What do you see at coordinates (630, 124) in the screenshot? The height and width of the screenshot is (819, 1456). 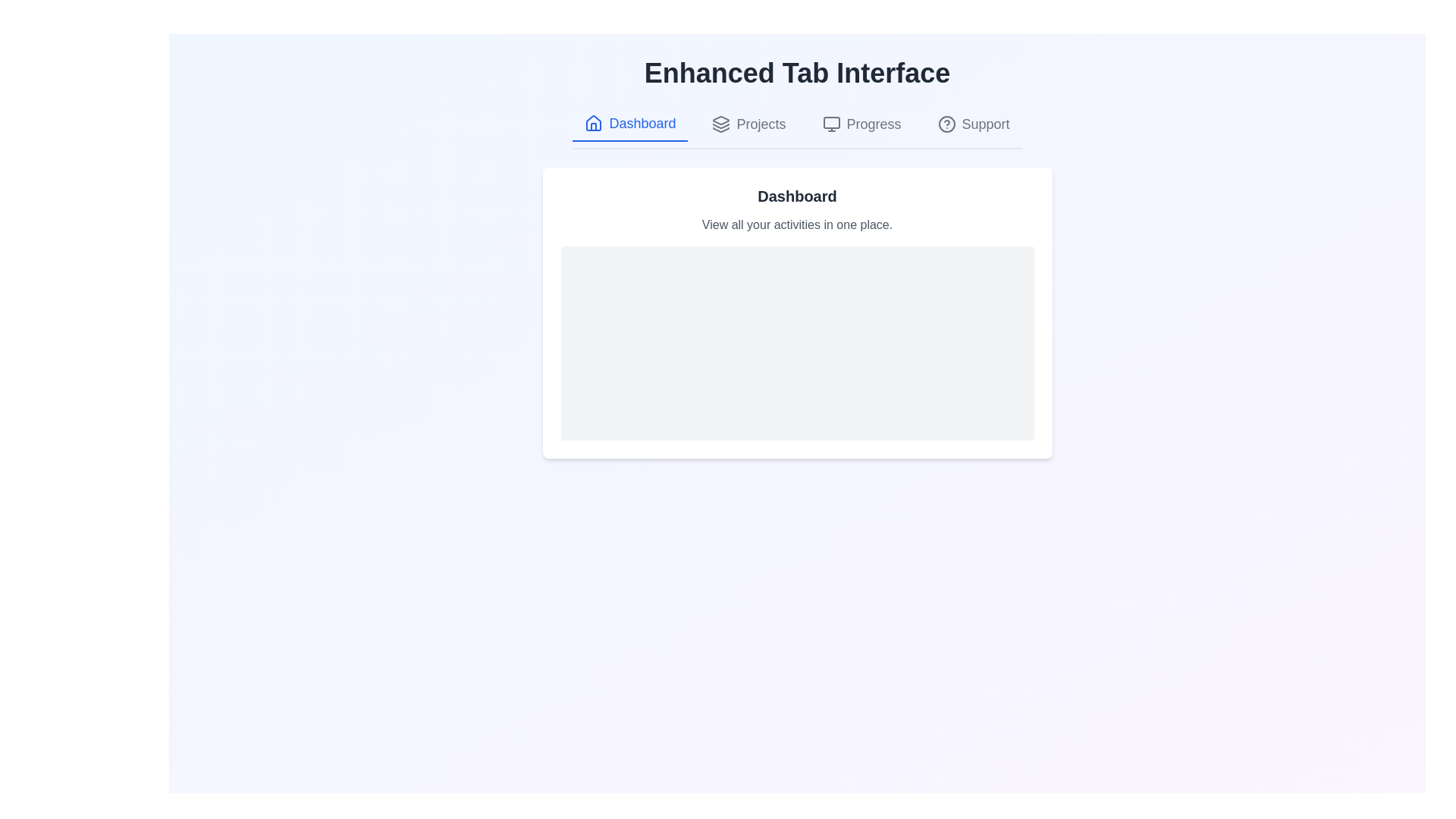 I see `the tab labeled Dashboard to display its content` at bounding box center [630, 124].